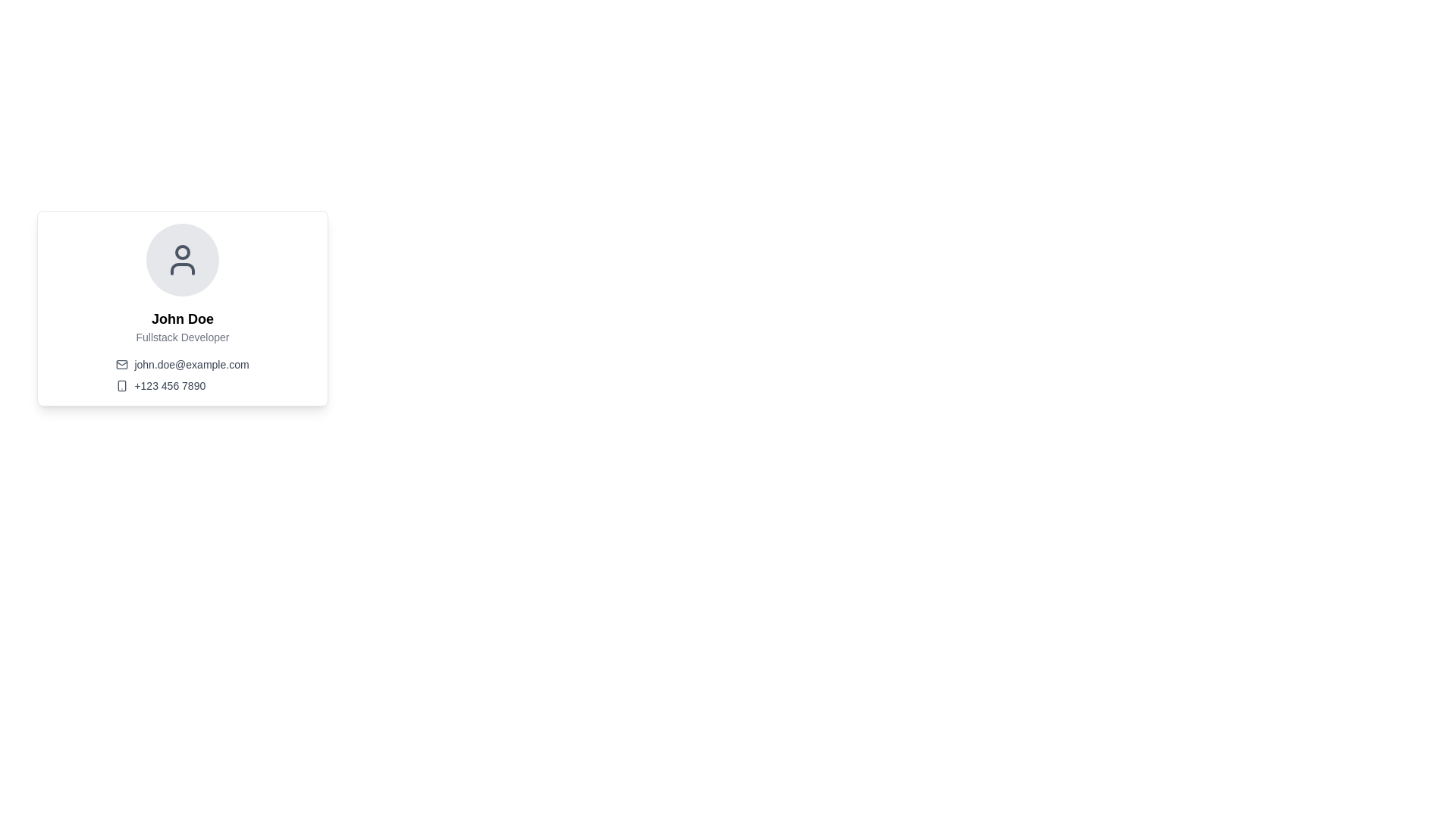  Describe the element at coordinates (170, 385) in the screenshot. I see `the static text displaying contact information, which is positioned to the right of a smartphone icon within a flex layout` at that location.